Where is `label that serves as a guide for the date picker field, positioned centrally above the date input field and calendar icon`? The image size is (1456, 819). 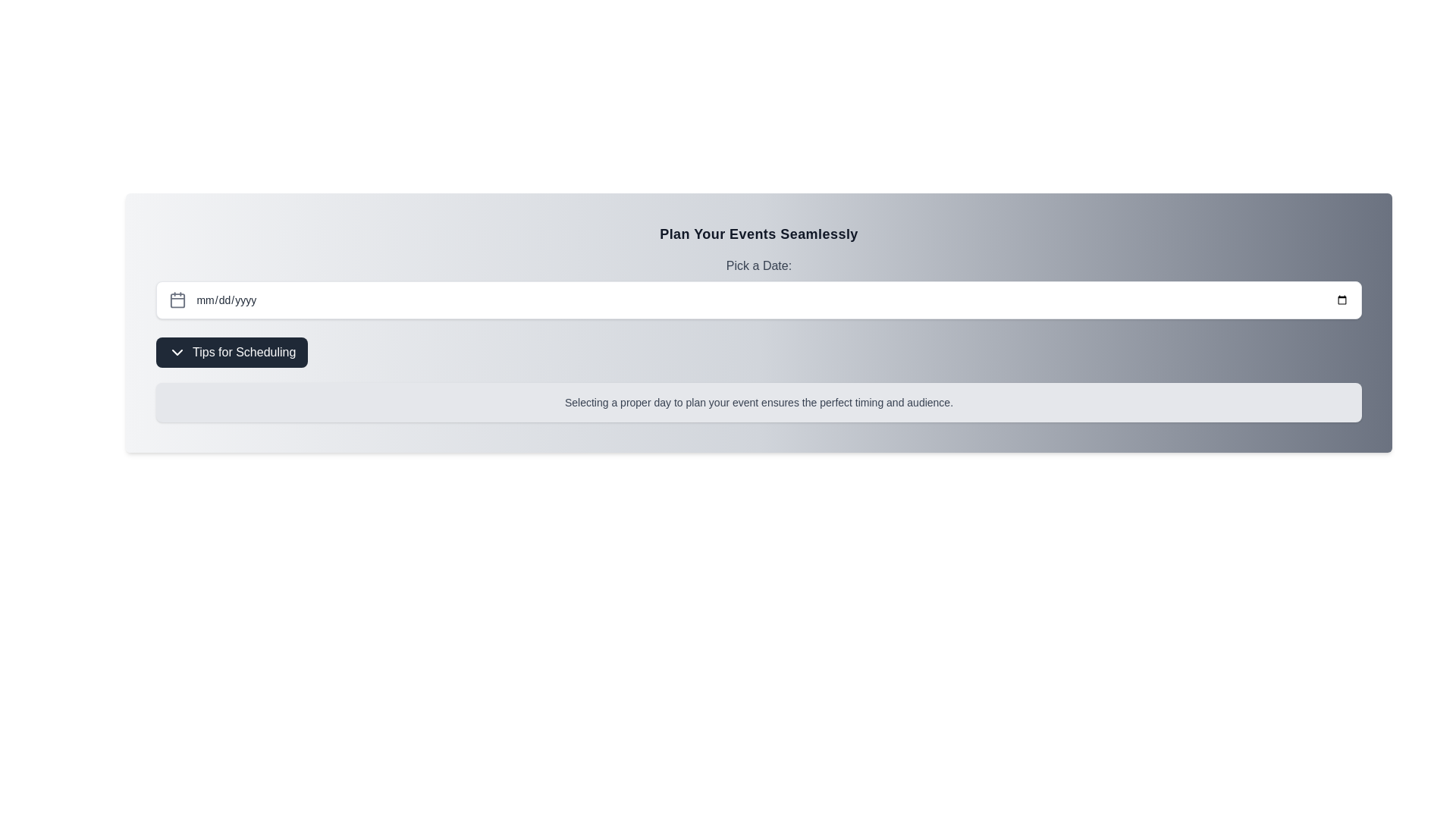
label that serves as a guide for the date picker field, positioned centrally above the date input field and calendar icon is located at coordinates (759, 265).